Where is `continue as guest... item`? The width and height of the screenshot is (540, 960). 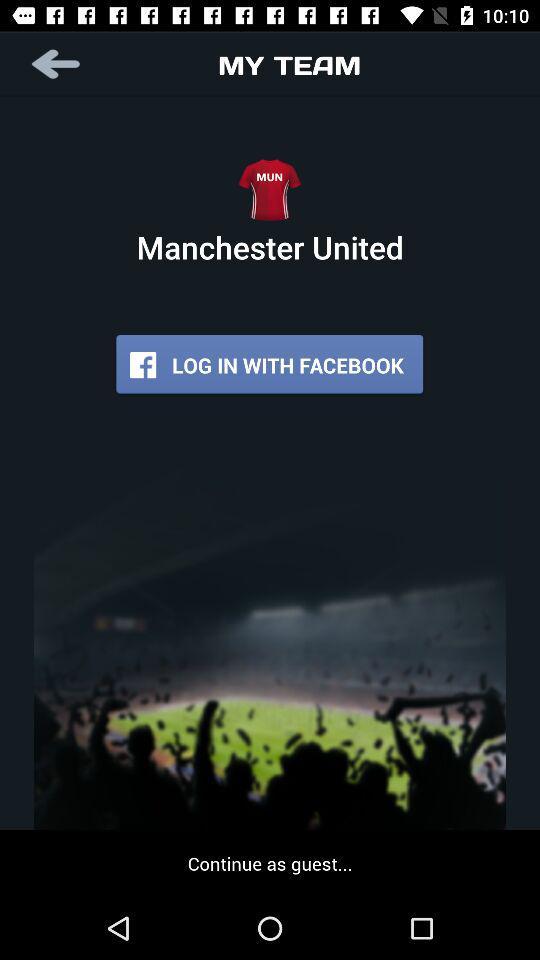
continue as guest... item is located at coordinates (270, 862).